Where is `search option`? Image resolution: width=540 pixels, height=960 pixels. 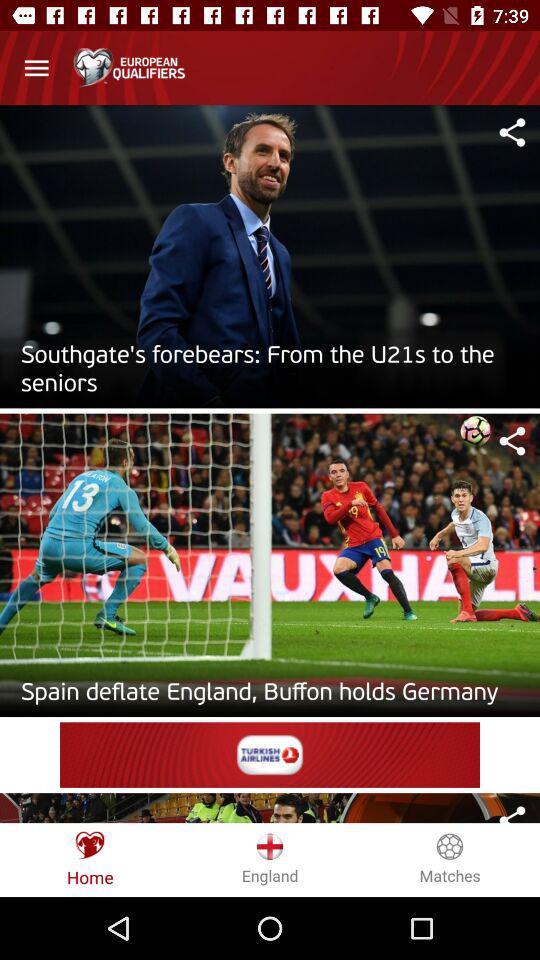 search option is located at coordinates (512, 441).